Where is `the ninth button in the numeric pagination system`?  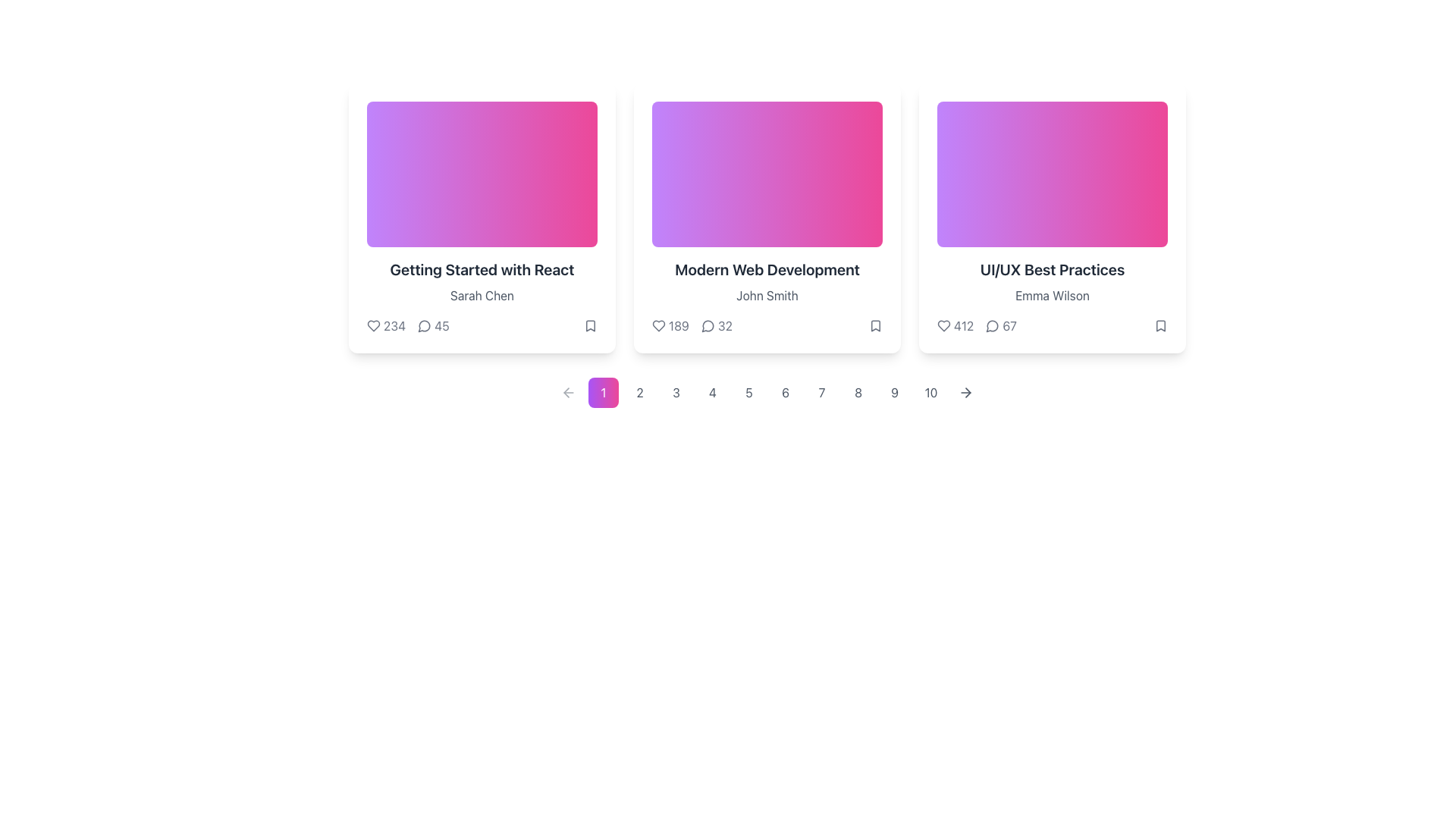
the ninth button in the numeric pagination system is located at coordinates (895, 391).